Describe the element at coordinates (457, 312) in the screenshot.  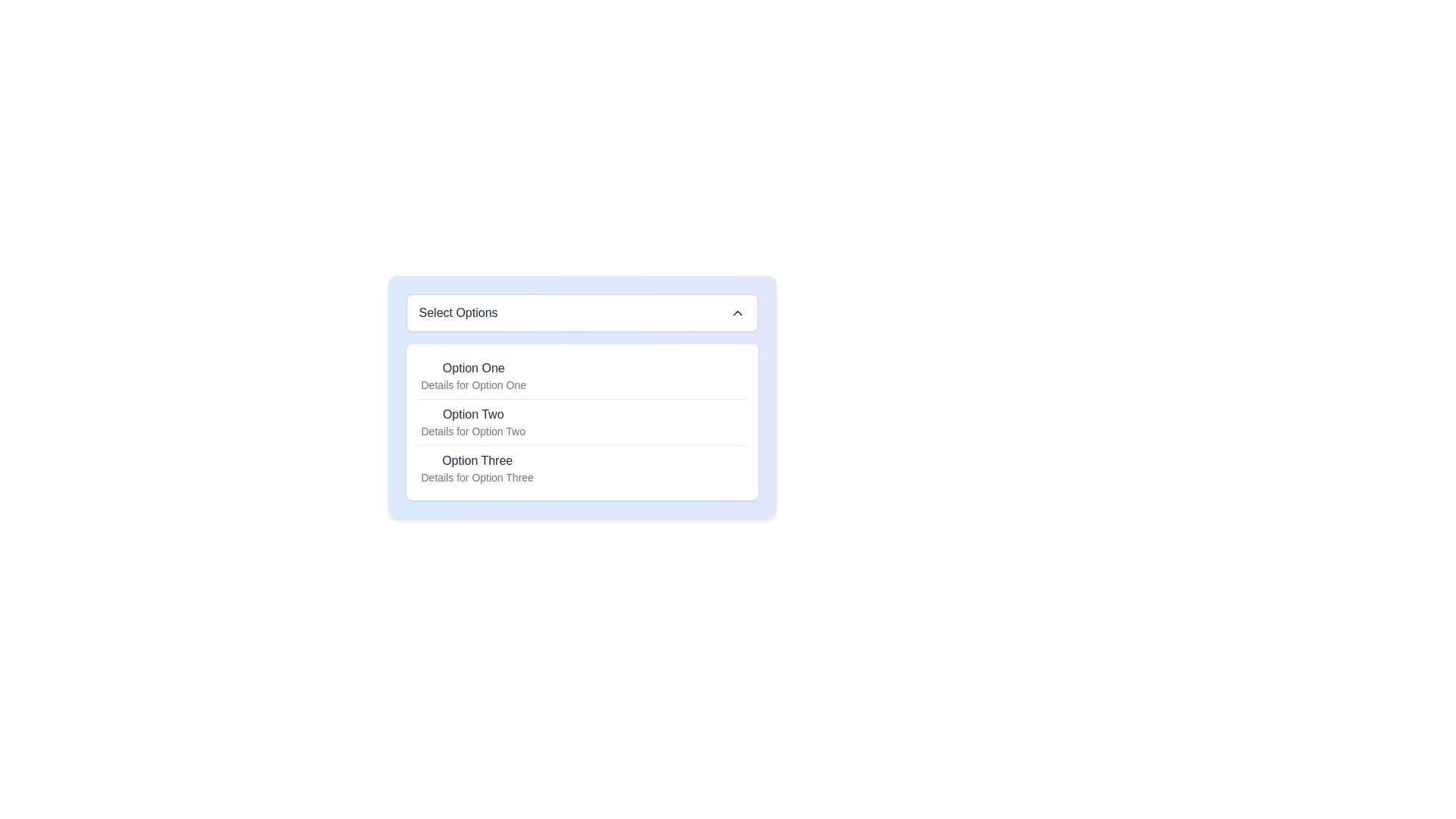
I see `text displayed in the label or title of the dropdown menu component located to the left of the chevron icon` at that location.